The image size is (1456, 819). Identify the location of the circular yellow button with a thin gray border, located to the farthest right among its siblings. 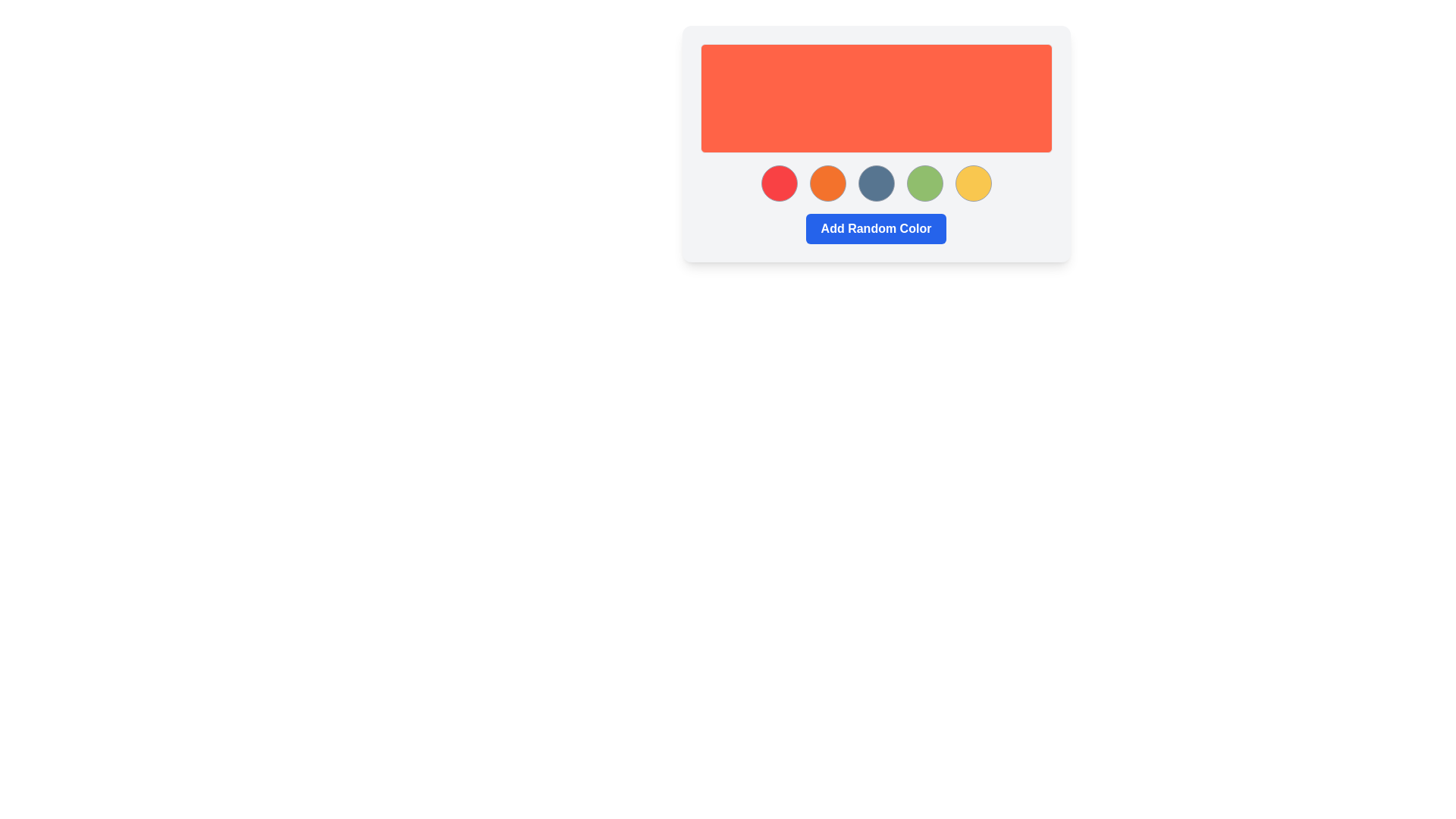
(973, 183).